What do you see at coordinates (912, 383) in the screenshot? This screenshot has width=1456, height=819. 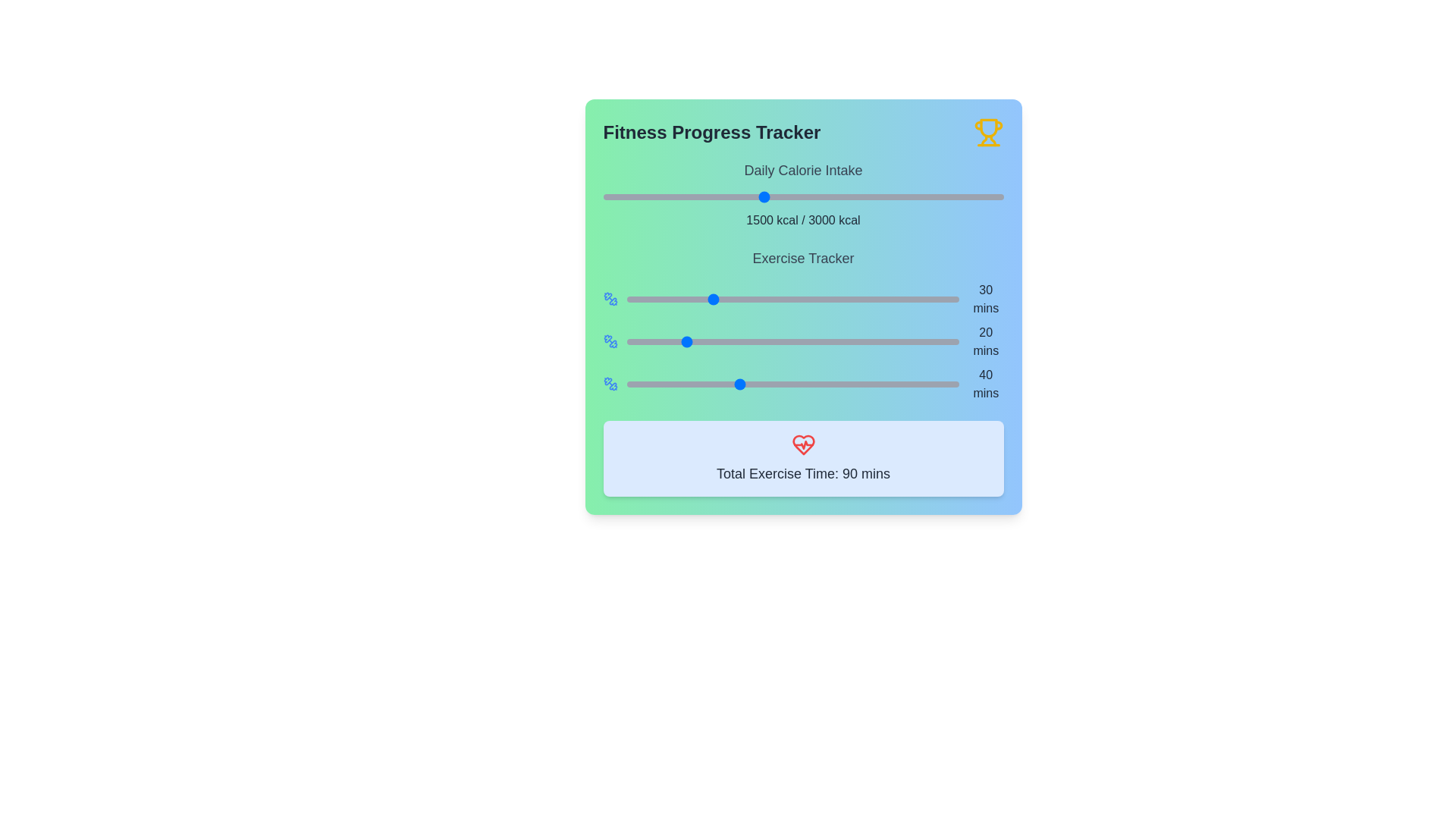 I see `the exercise time` at bounding box center [912, 383].